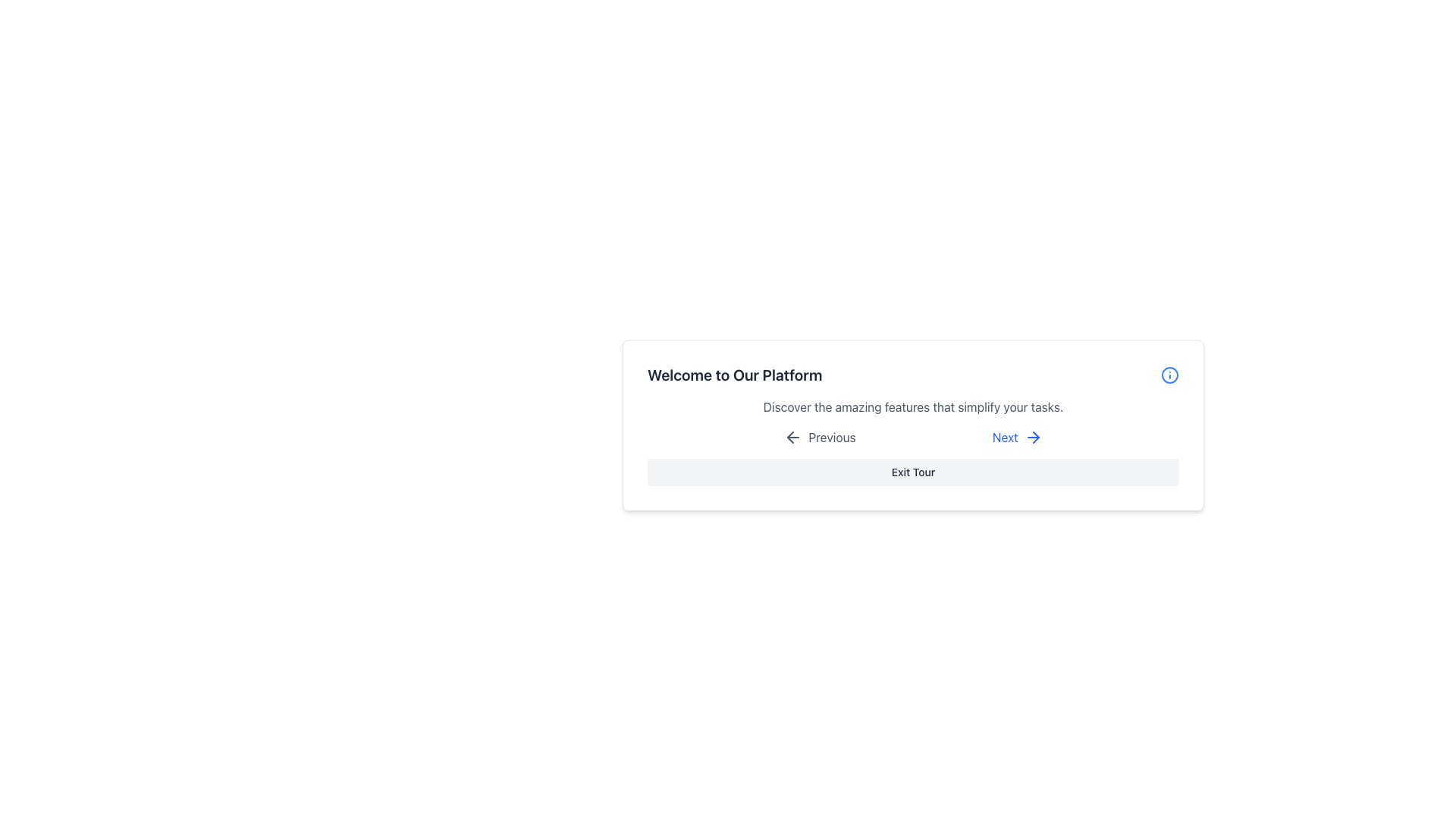 The height and width of the screenshot is (819, 1456). What do you see at coordinates (789, 438) in the screenshot?
I see `the navigational icon located to the left of the 'Previous' label in the lower section of the interface` at bounding box center [789, 438].